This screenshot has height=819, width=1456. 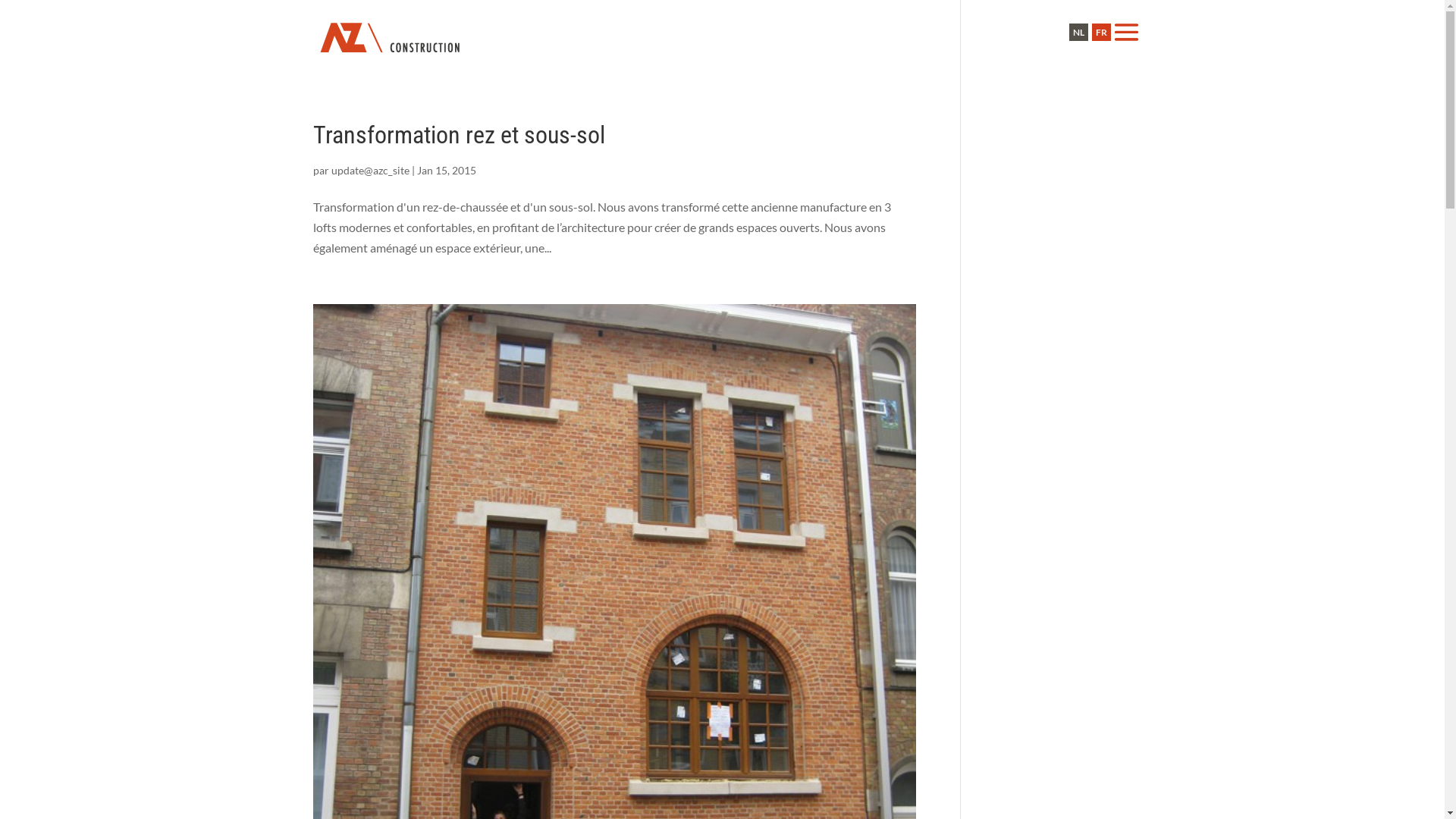 I want to click on 'update@azc_site', so click(x=369, y=170).